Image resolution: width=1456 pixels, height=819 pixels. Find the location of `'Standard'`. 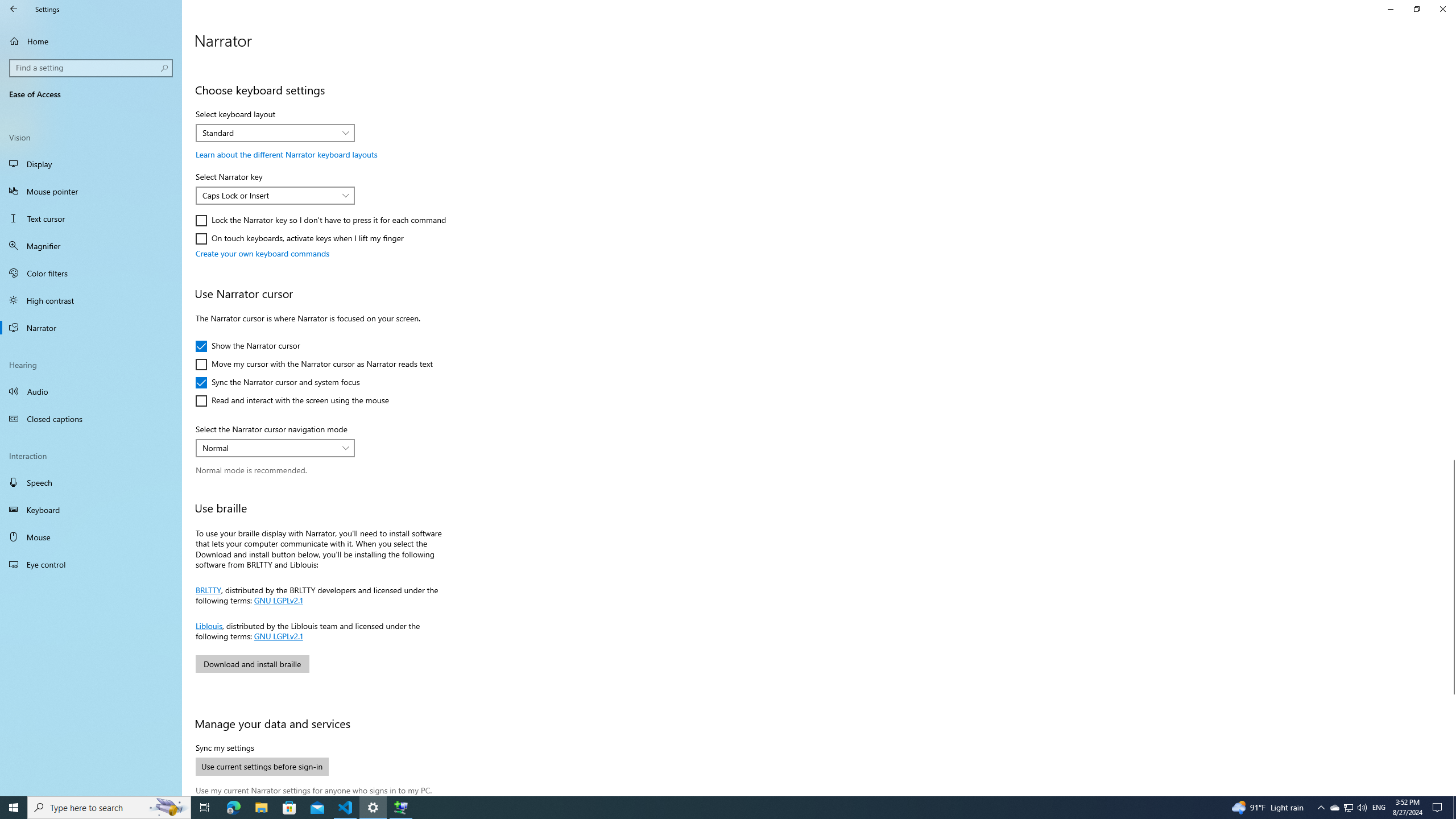

'Standard' is located at coordinates (268, 133).